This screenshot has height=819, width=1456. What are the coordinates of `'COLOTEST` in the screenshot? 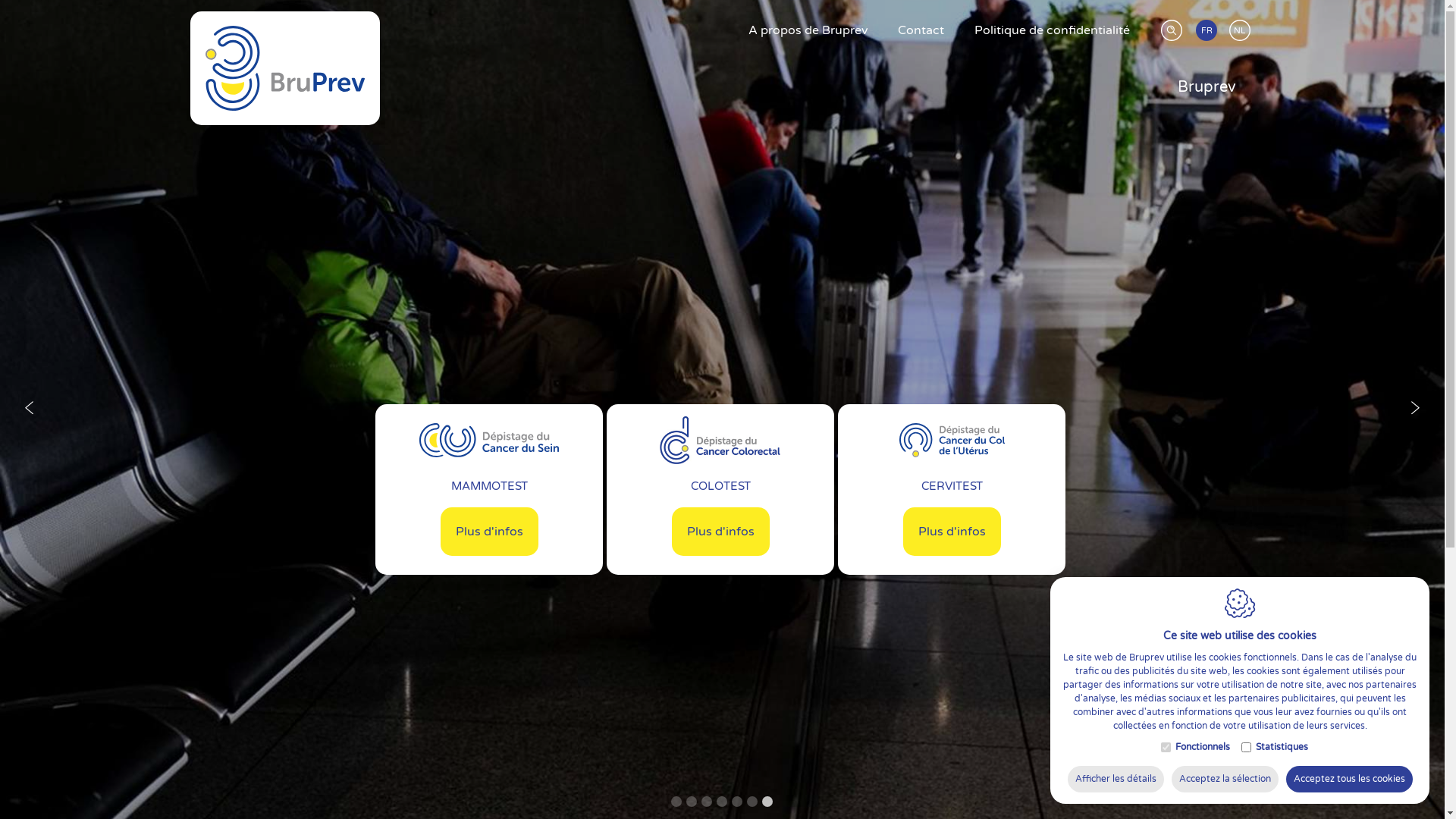 It's located at (720, 489).